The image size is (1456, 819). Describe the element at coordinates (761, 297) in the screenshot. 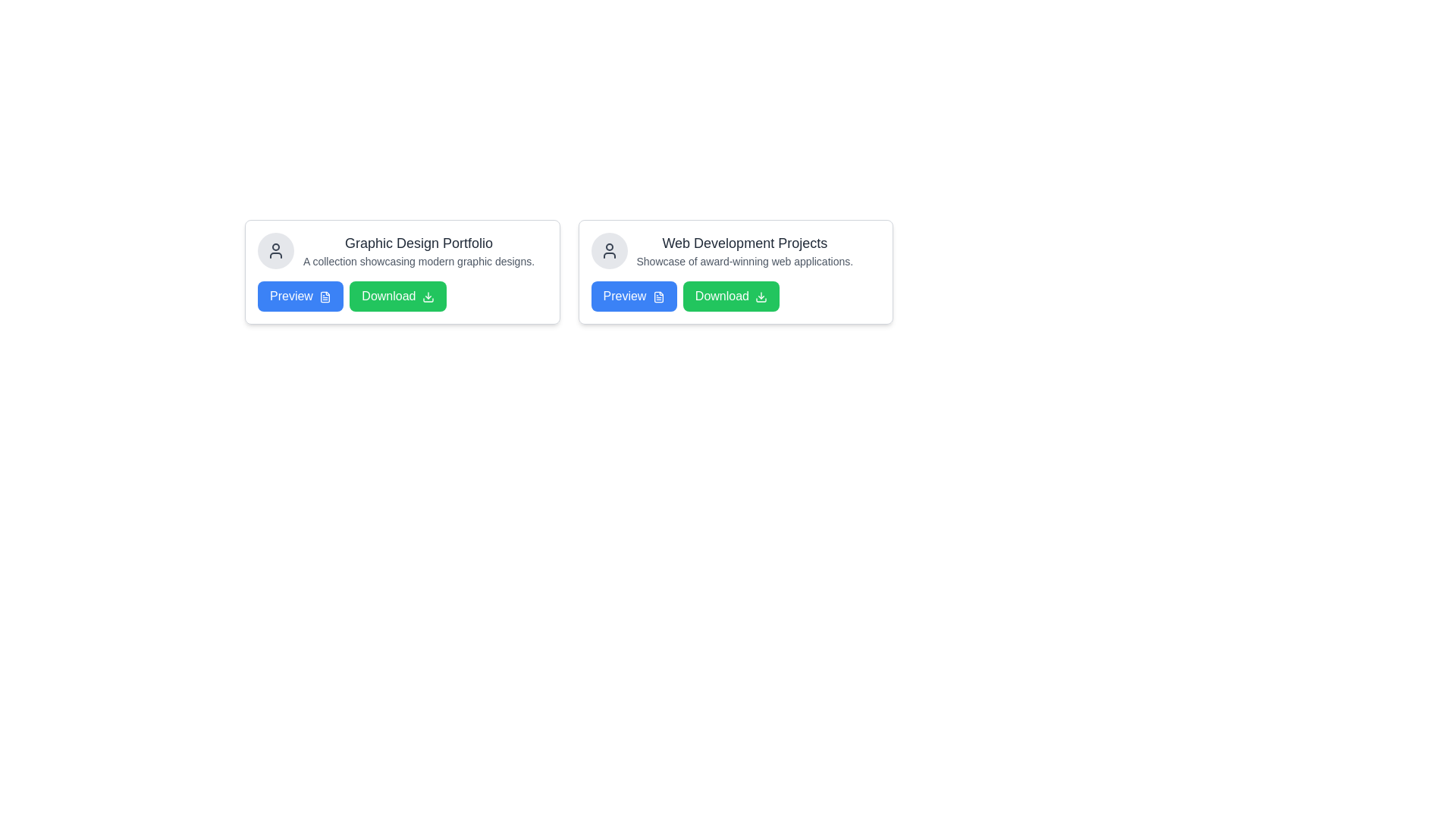

I see `the download icon located within the 'Download' button below the 'Web Development Projects' card for visual interaction effects` at that location.